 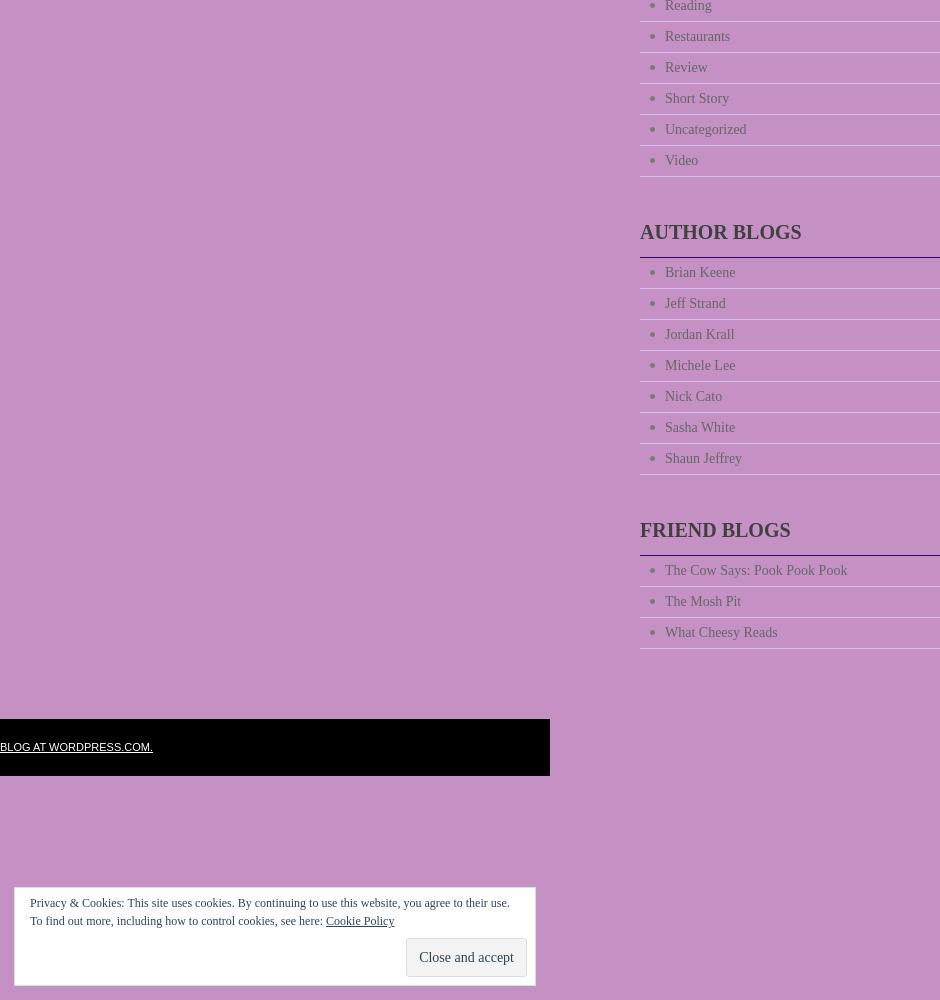 I want to click on 'To find out more, including how to control cookies, see here:', so click(x=29, y=921).